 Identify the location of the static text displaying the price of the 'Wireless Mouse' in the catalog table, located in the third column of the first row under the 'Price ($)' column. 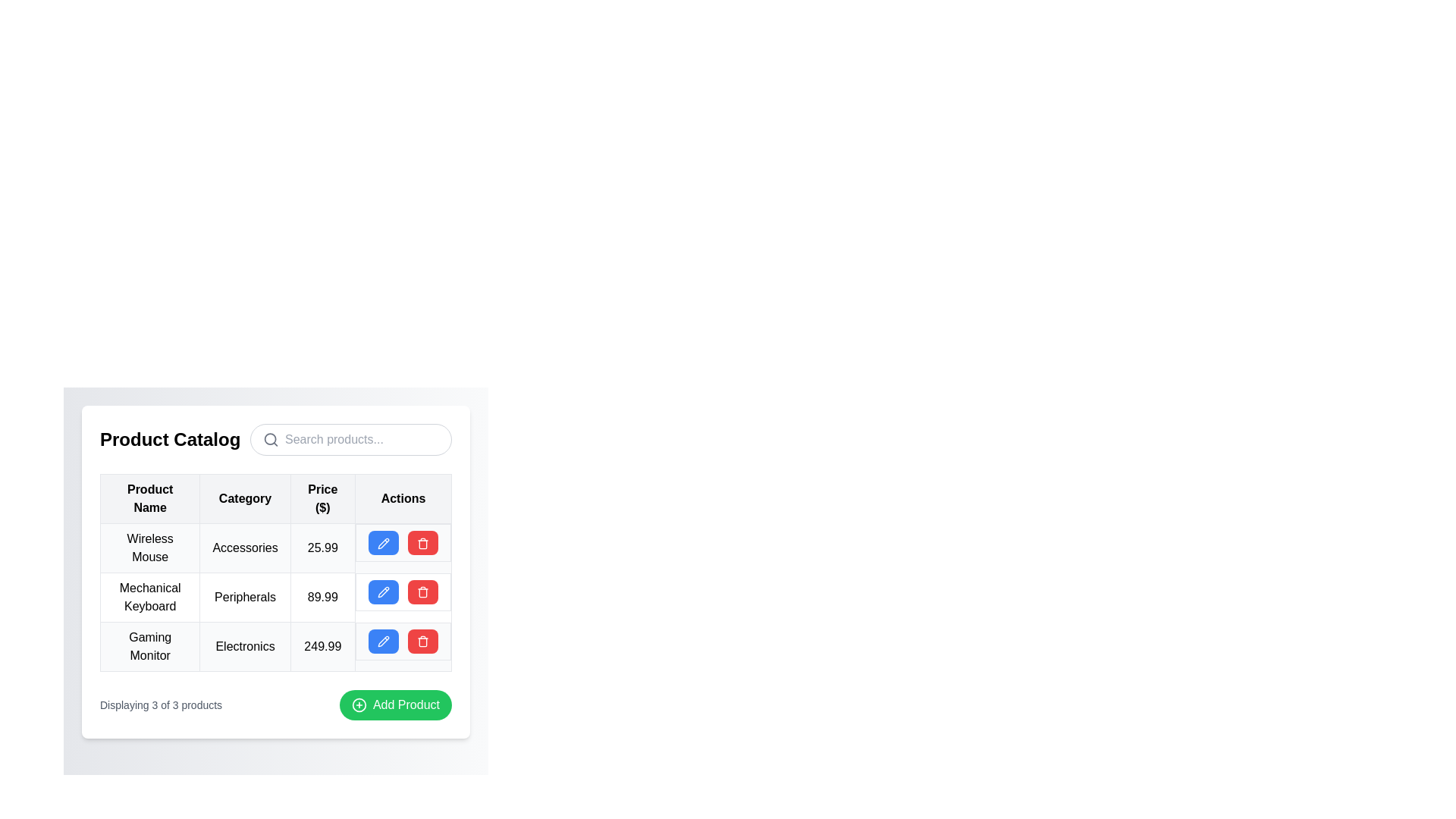
(322, 548).